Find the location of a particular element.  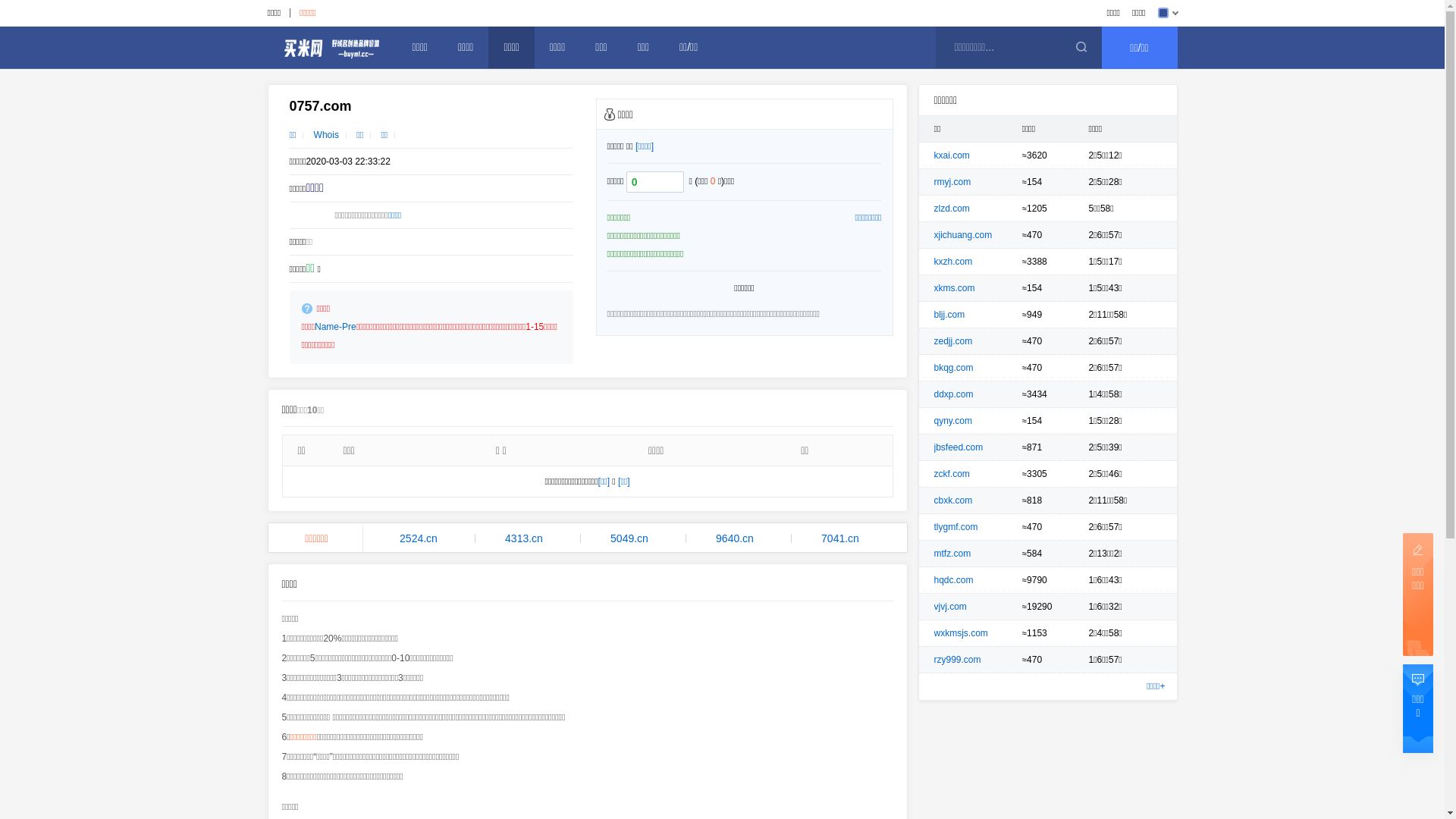

'qyny.com' is located at coordinates (934, 421).